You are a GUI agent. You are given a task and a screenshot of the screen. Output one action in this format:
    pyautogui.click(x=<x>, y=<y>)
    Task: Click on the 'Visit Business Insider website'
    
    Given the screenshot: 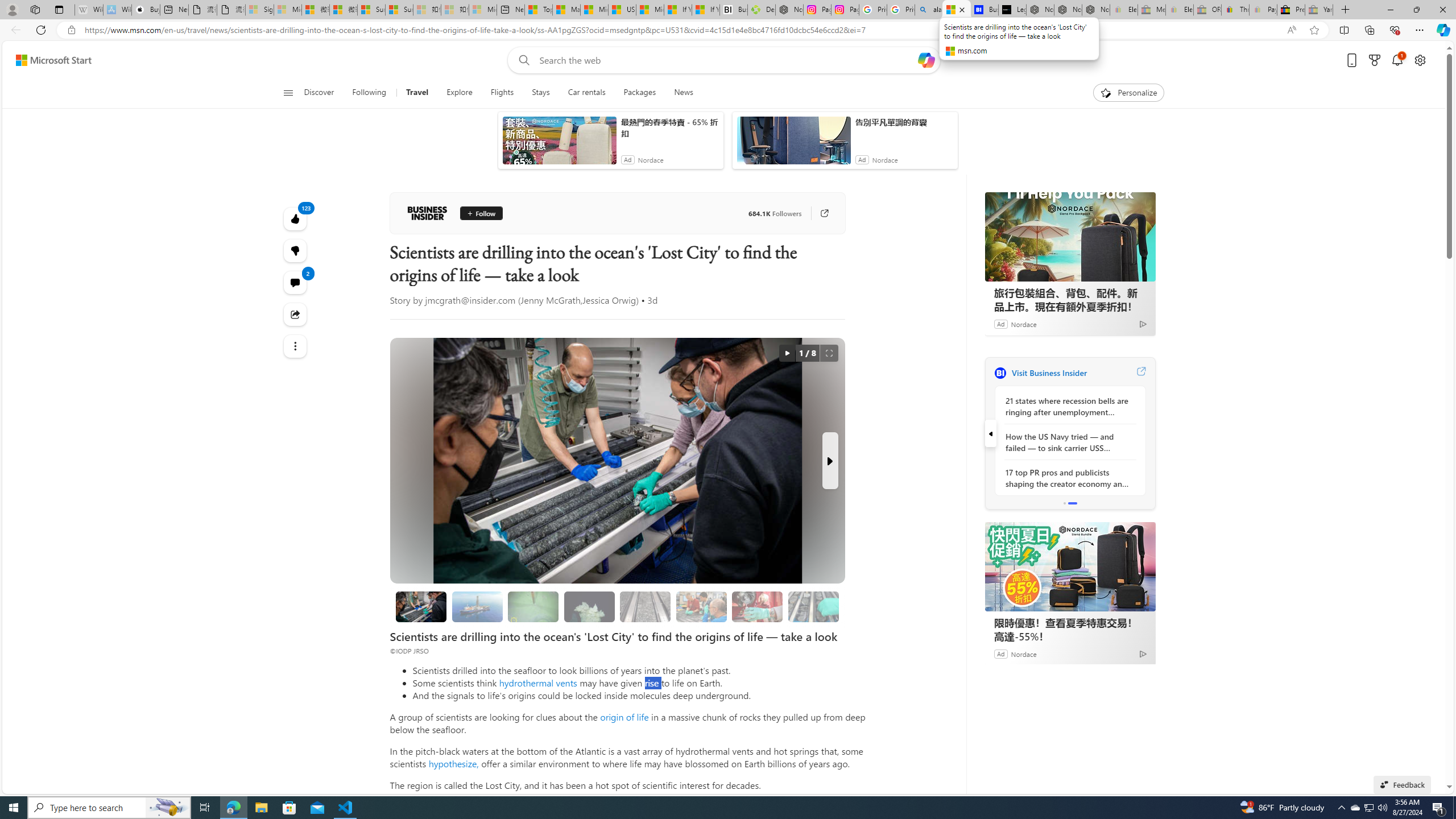 What is the action you would take?
    pyautogui.click(x=1140, y=372)
    